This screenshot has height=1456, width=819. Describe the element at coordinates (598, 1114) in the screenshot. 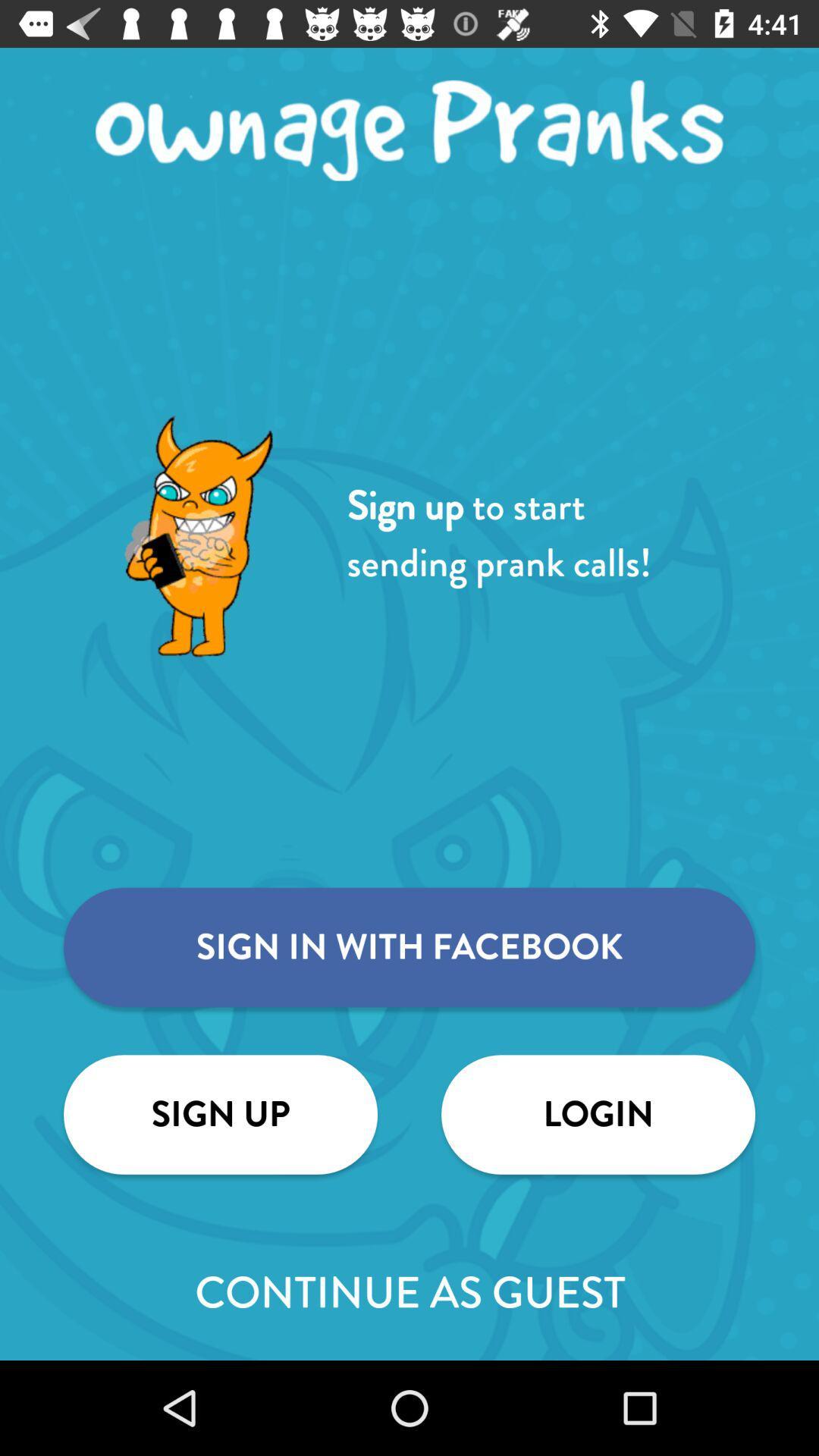

I see `the icon next to the sign up icon` at that location.